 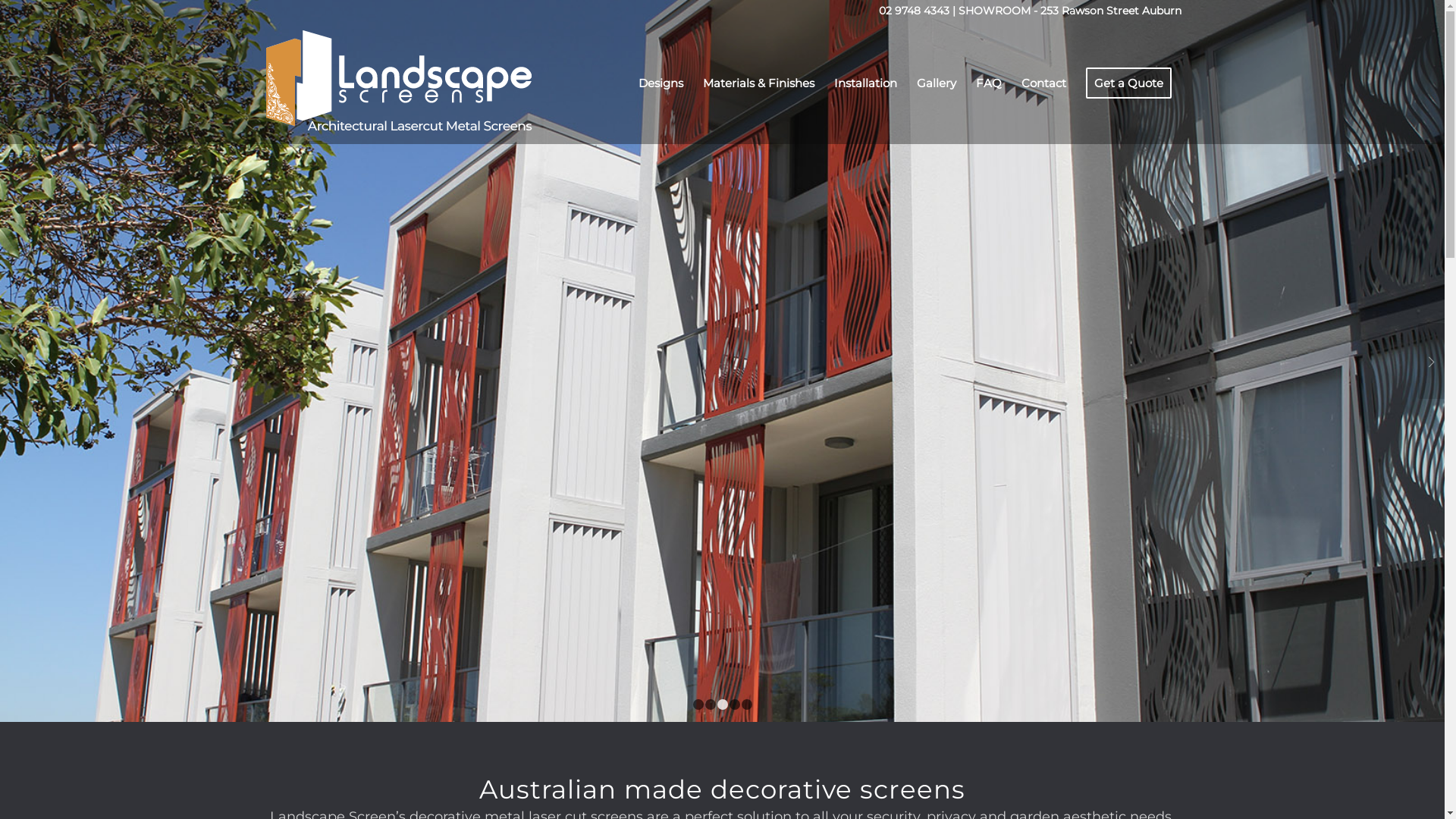 I want to click on '4', so click(x=735, y=704).